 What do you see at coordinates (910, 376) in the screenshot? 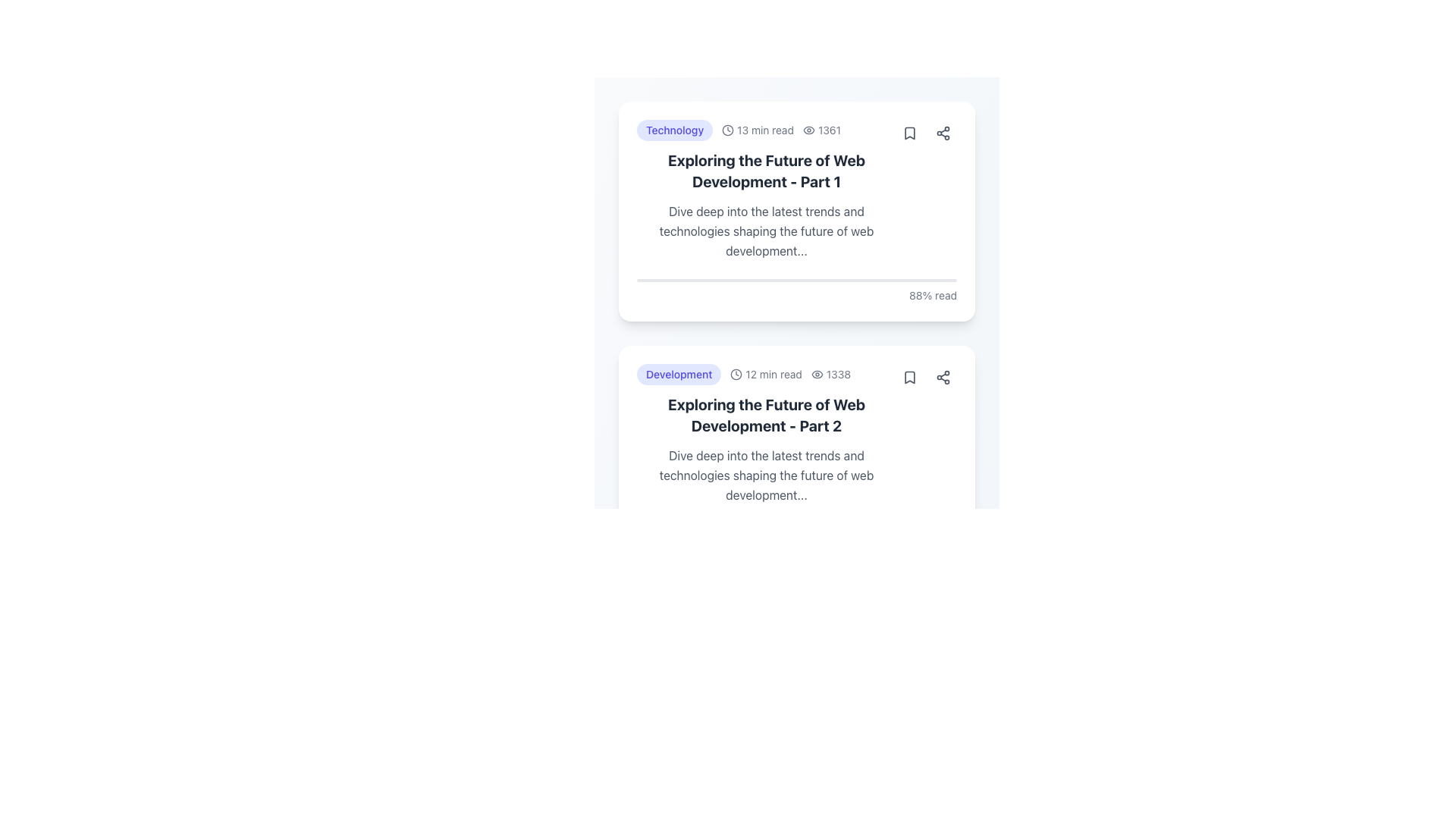
I see `the bookmark indicator icon located in the top-right corner of the second card` at bounding box center [910, 376].